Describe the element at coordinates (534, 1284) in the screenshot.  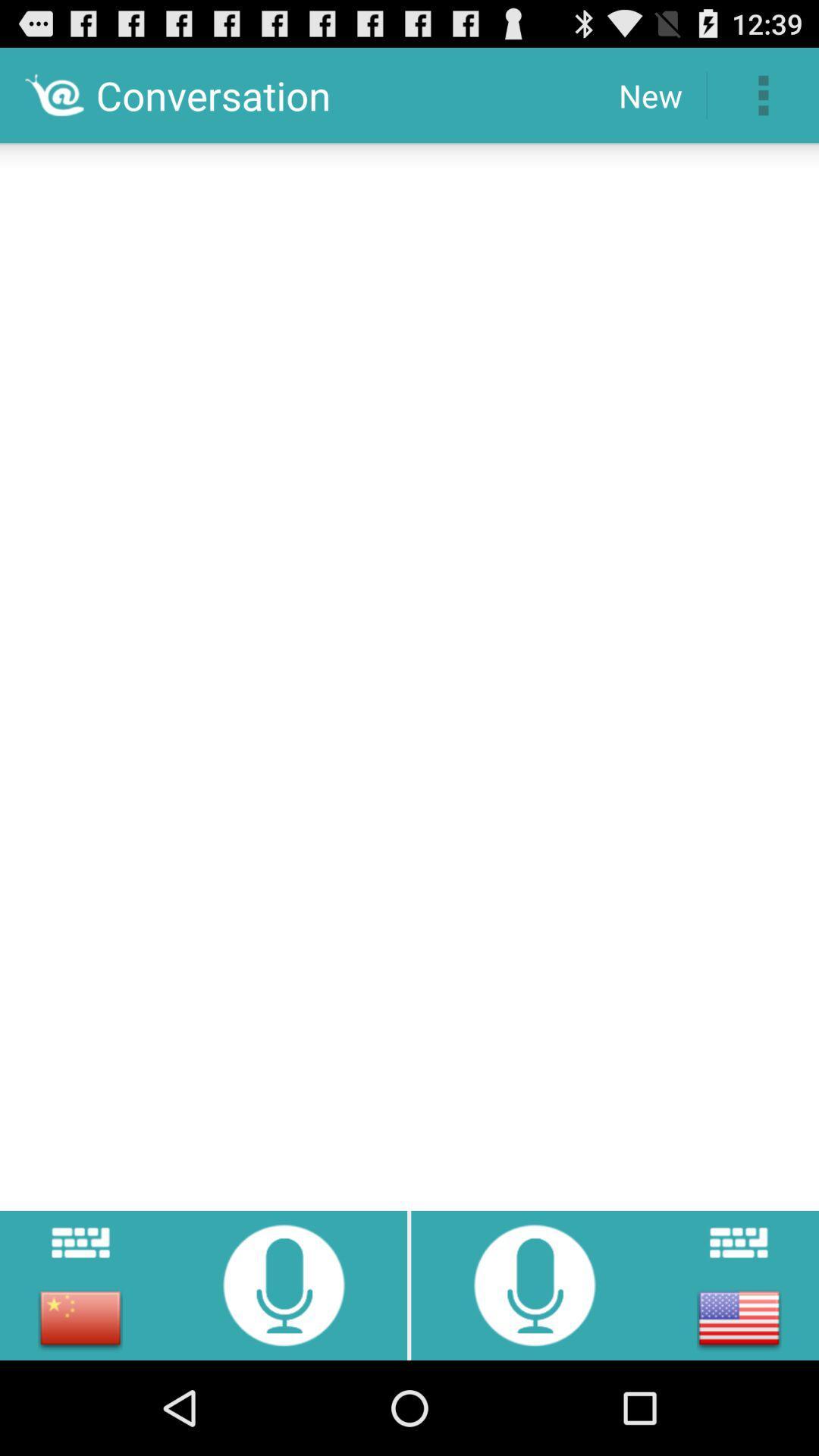
I see `record voice message` at that location.